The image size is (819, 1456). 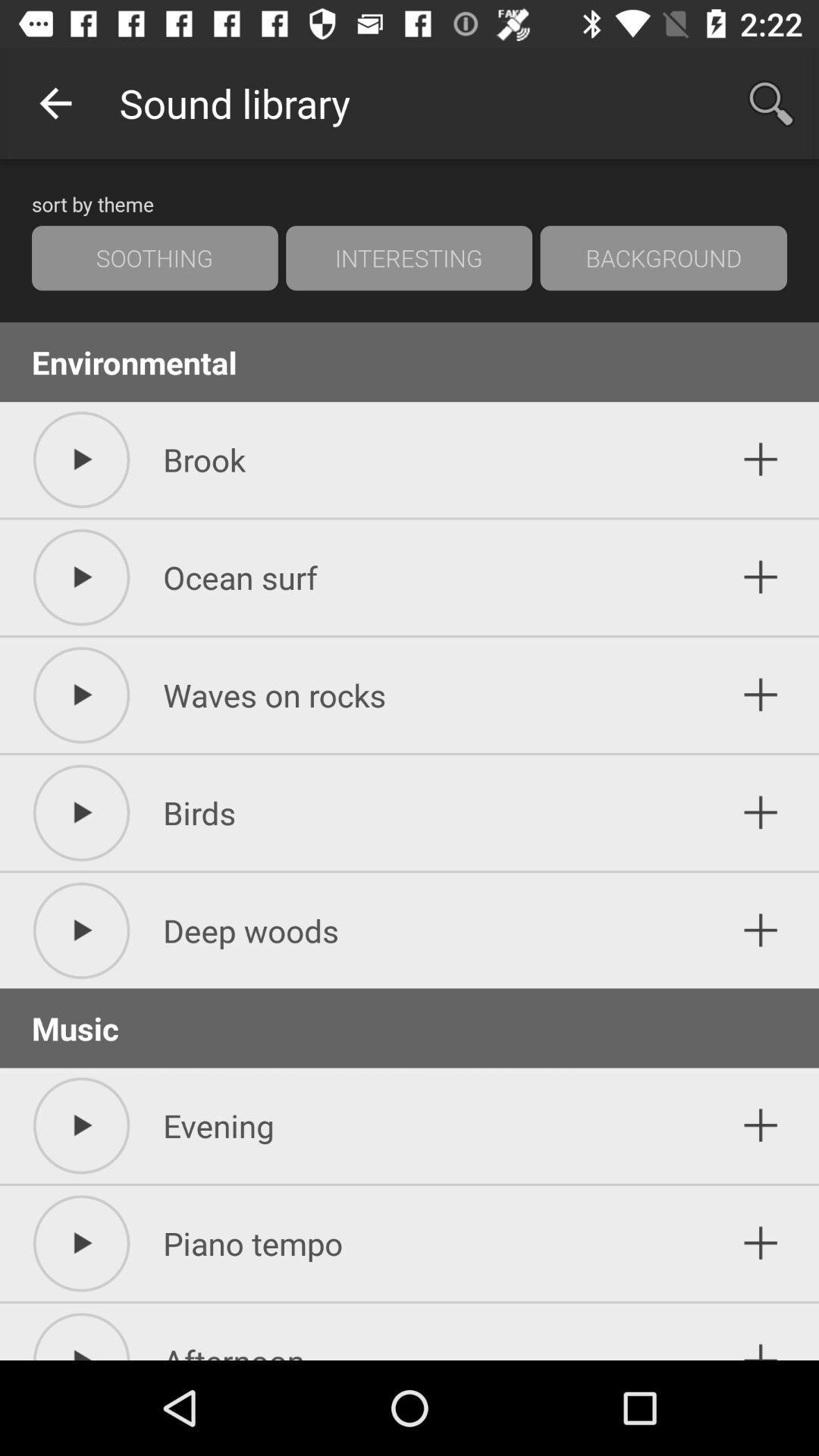 What do you see at coordinates (761, 812) in the screenshot?
I see `to birds music` at bounding box center [761, 812].